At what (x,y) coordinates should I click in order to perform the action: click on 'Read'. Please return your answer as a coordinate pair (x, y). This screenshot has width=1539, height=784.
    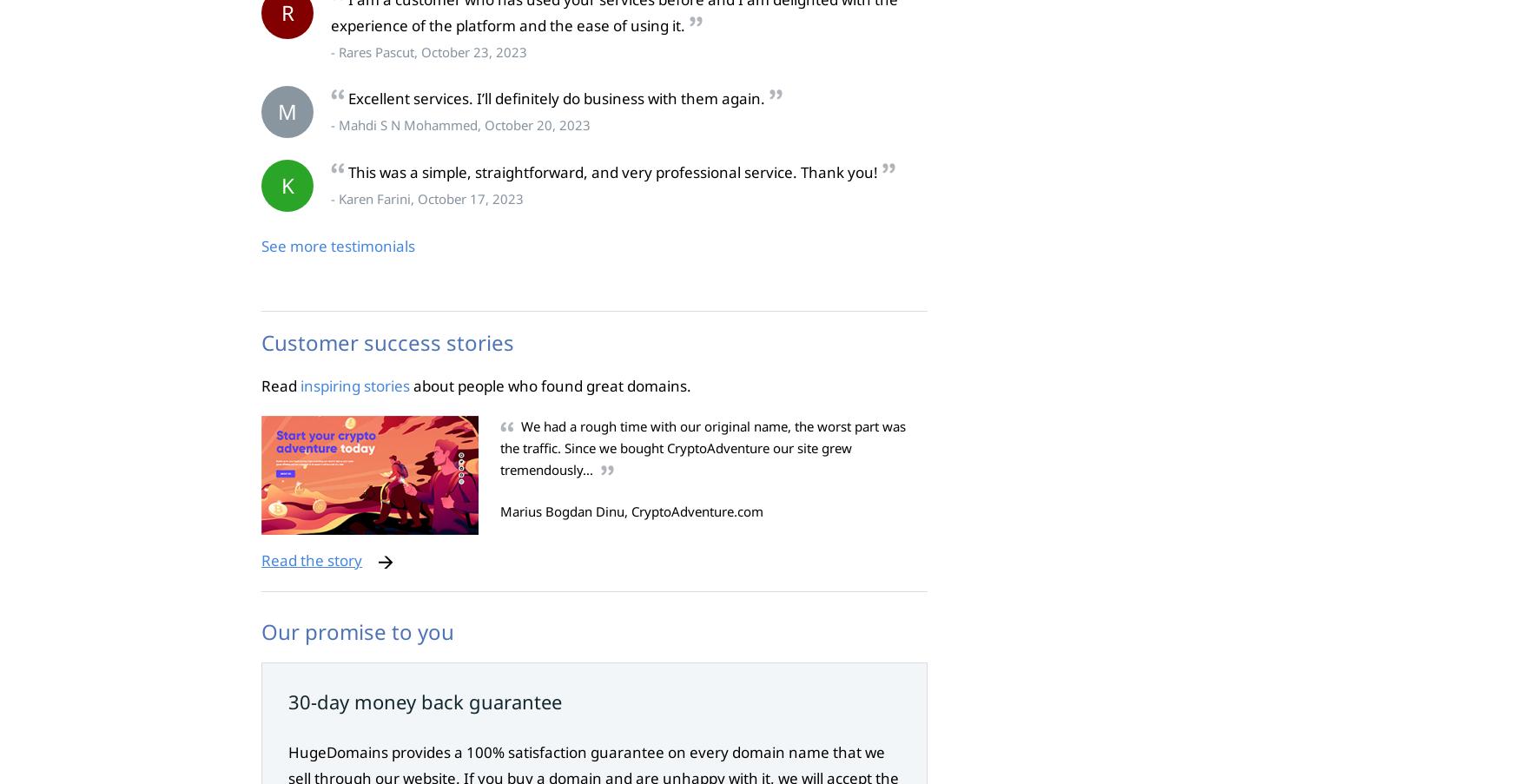
    Looking at the image, I should click on (261, 384).